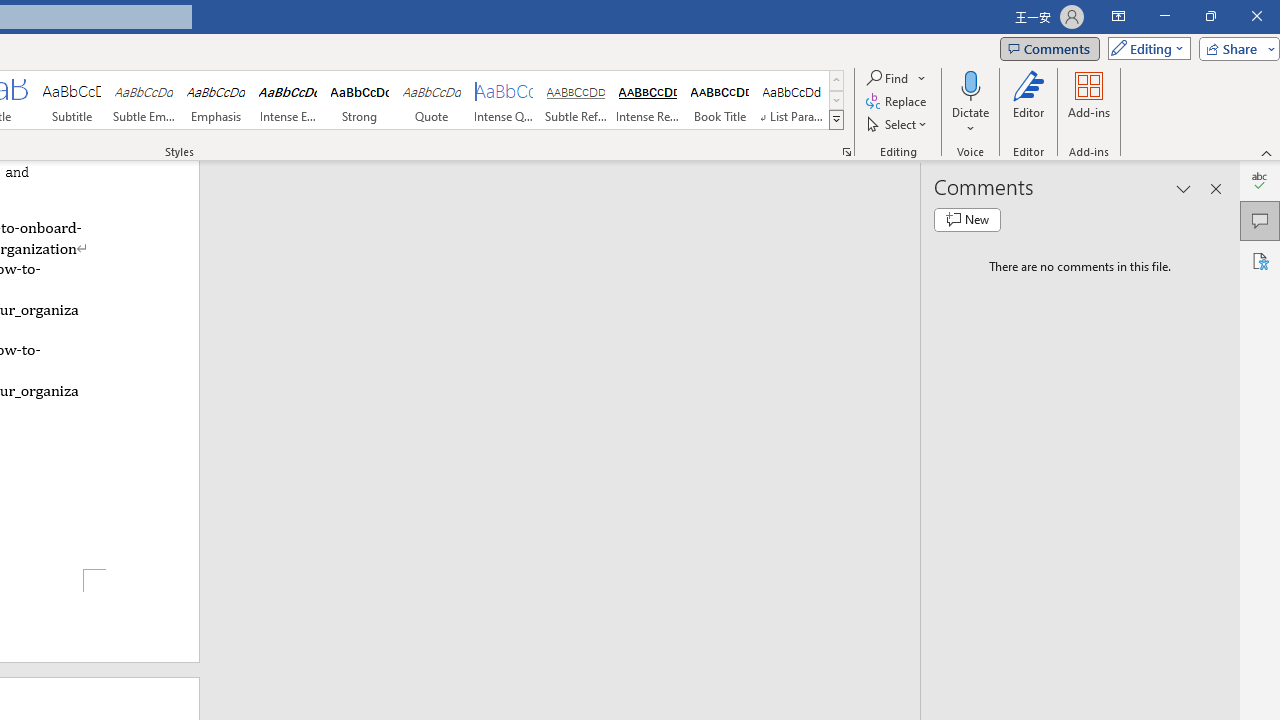  I want to click on 'Row up', so click(836, 79).